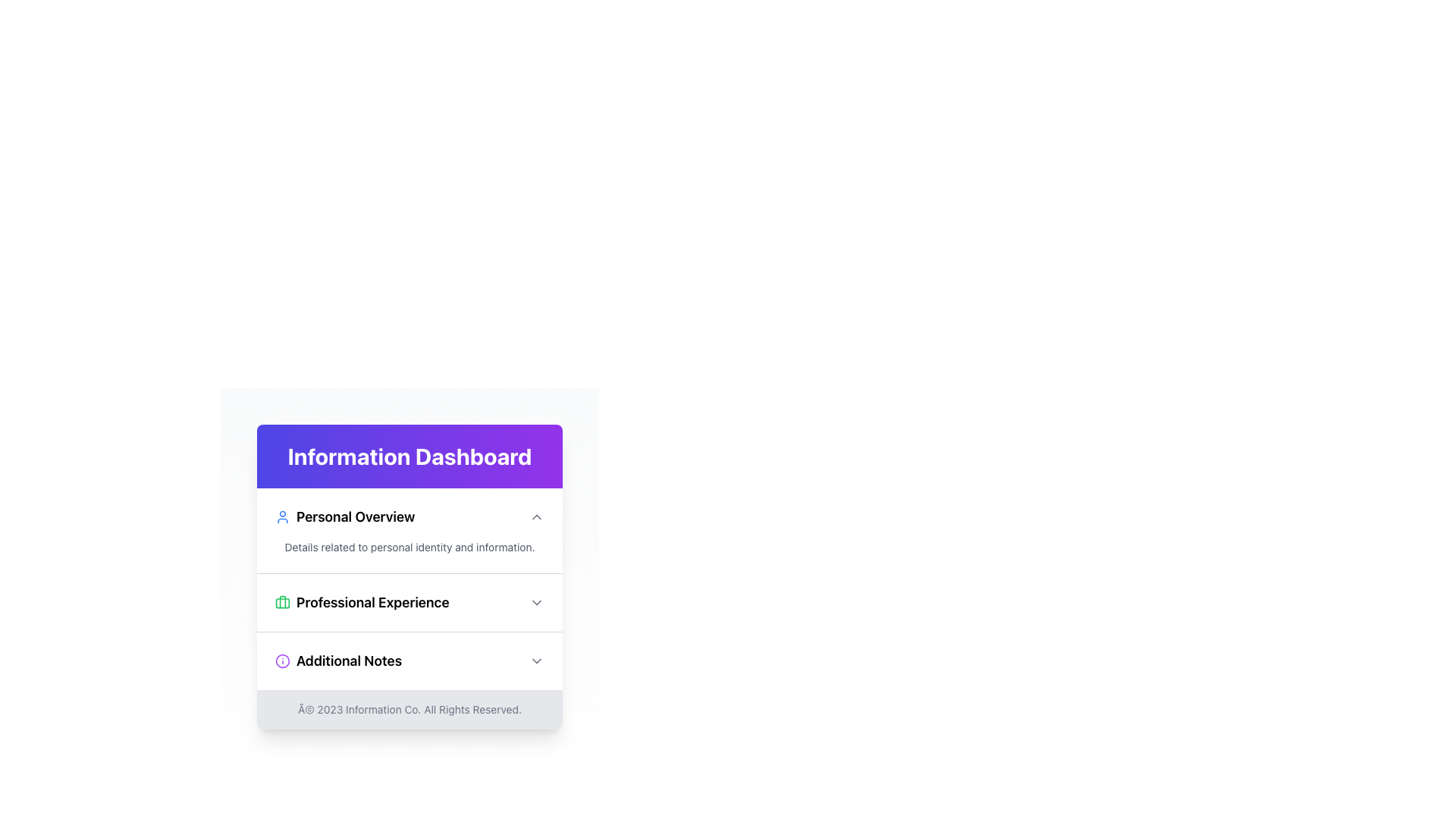 This screenshot has height=819, width=1456. Describe the element at coordinates (409, 576) in the screenshot. I see `the navigation elements within the Card component that organizes personal details, professional experiences, and additional notes` at that location.